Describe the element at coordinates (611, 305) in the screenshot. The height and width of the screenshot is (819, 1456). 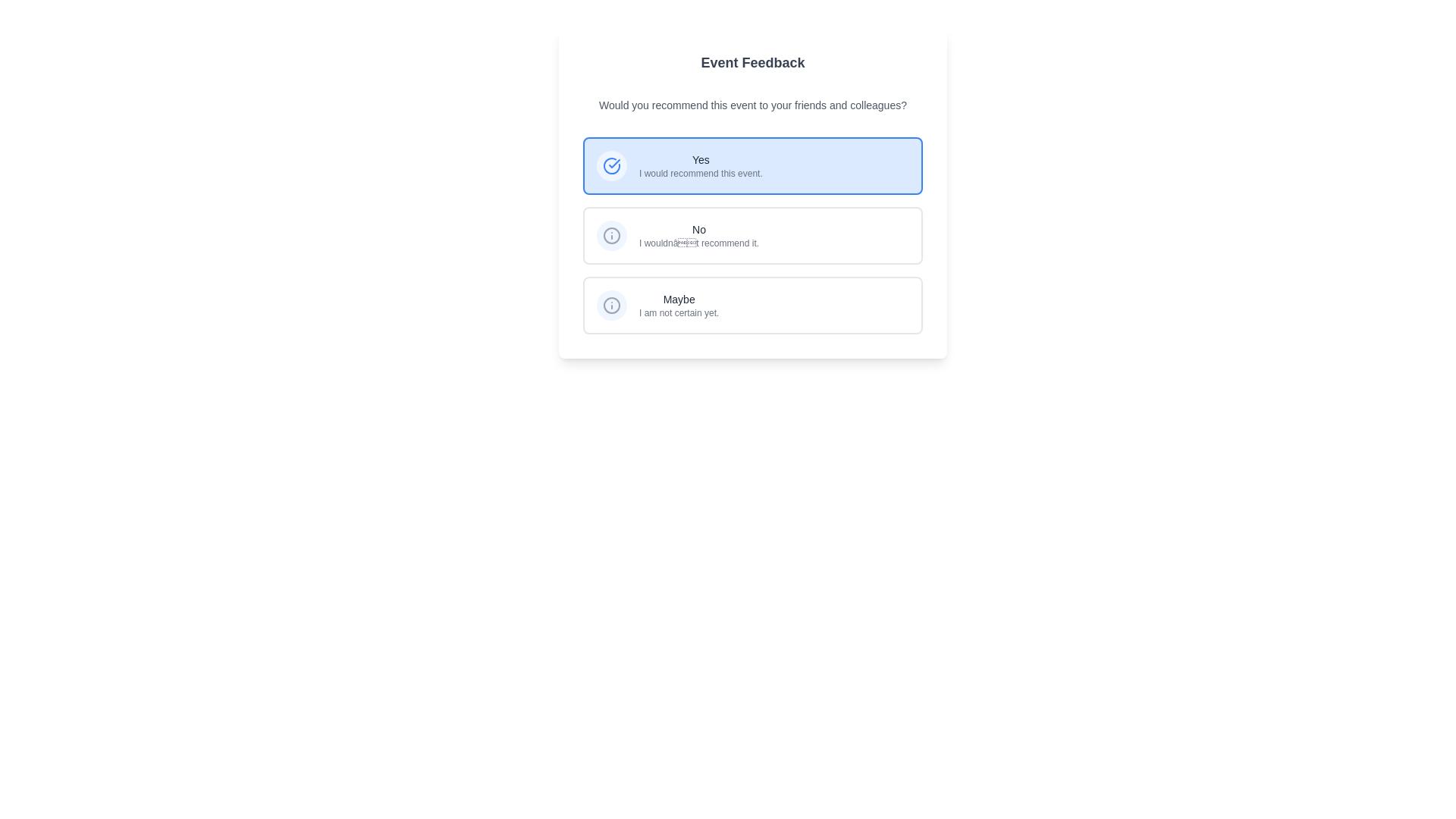
I see `the information icon located on the left side of the 'No' button in the vertical stack of options ('Yes', 'No', 'Maybe')` at that location.